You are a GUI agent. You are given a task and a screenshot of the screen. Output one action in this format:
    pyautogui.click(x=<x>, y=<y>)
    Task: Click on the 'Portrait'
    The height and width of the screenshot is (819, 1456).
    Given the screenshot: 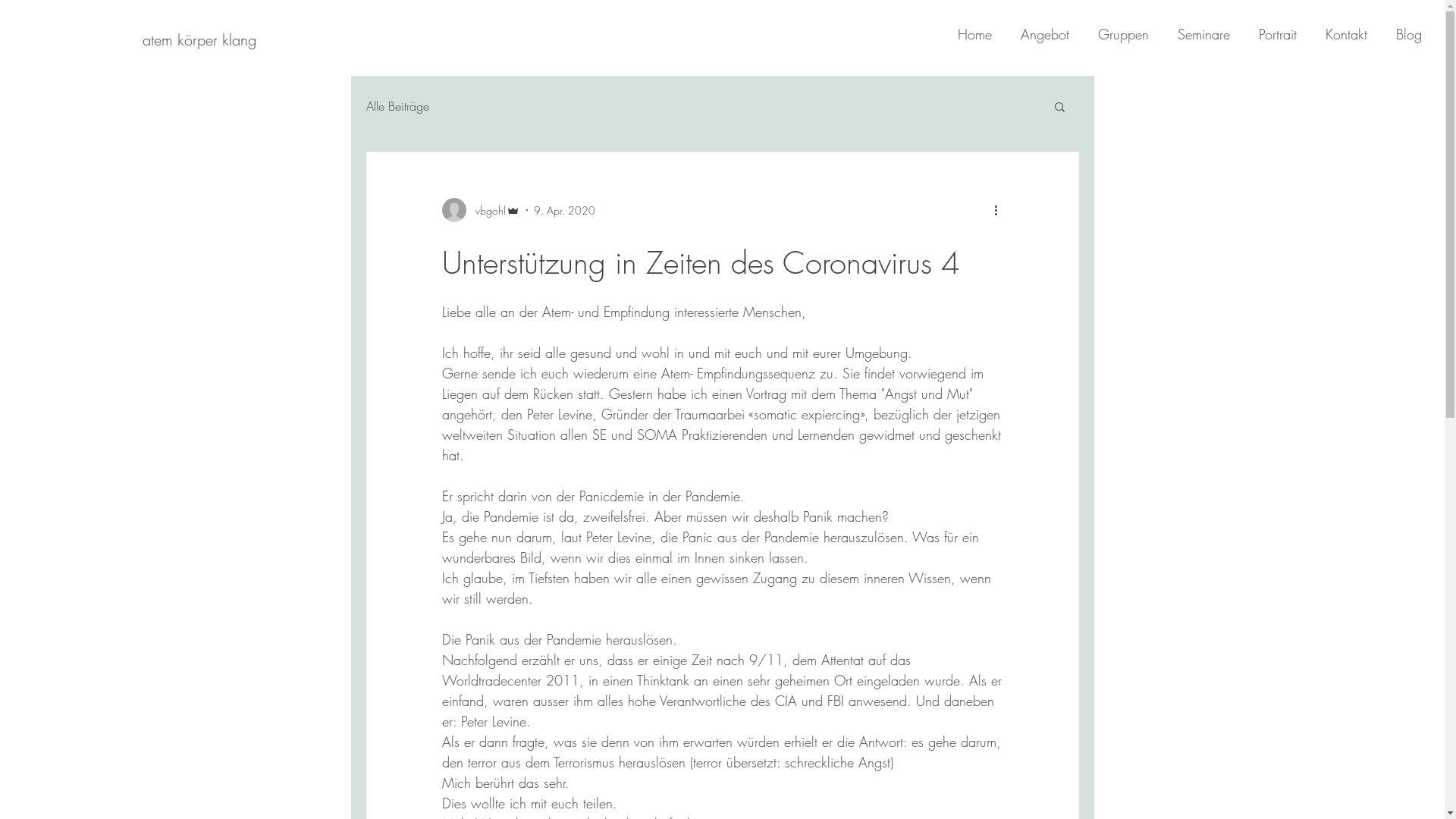 What is the action you would take?
    pyautogui.click(x=1270, y=34)
    